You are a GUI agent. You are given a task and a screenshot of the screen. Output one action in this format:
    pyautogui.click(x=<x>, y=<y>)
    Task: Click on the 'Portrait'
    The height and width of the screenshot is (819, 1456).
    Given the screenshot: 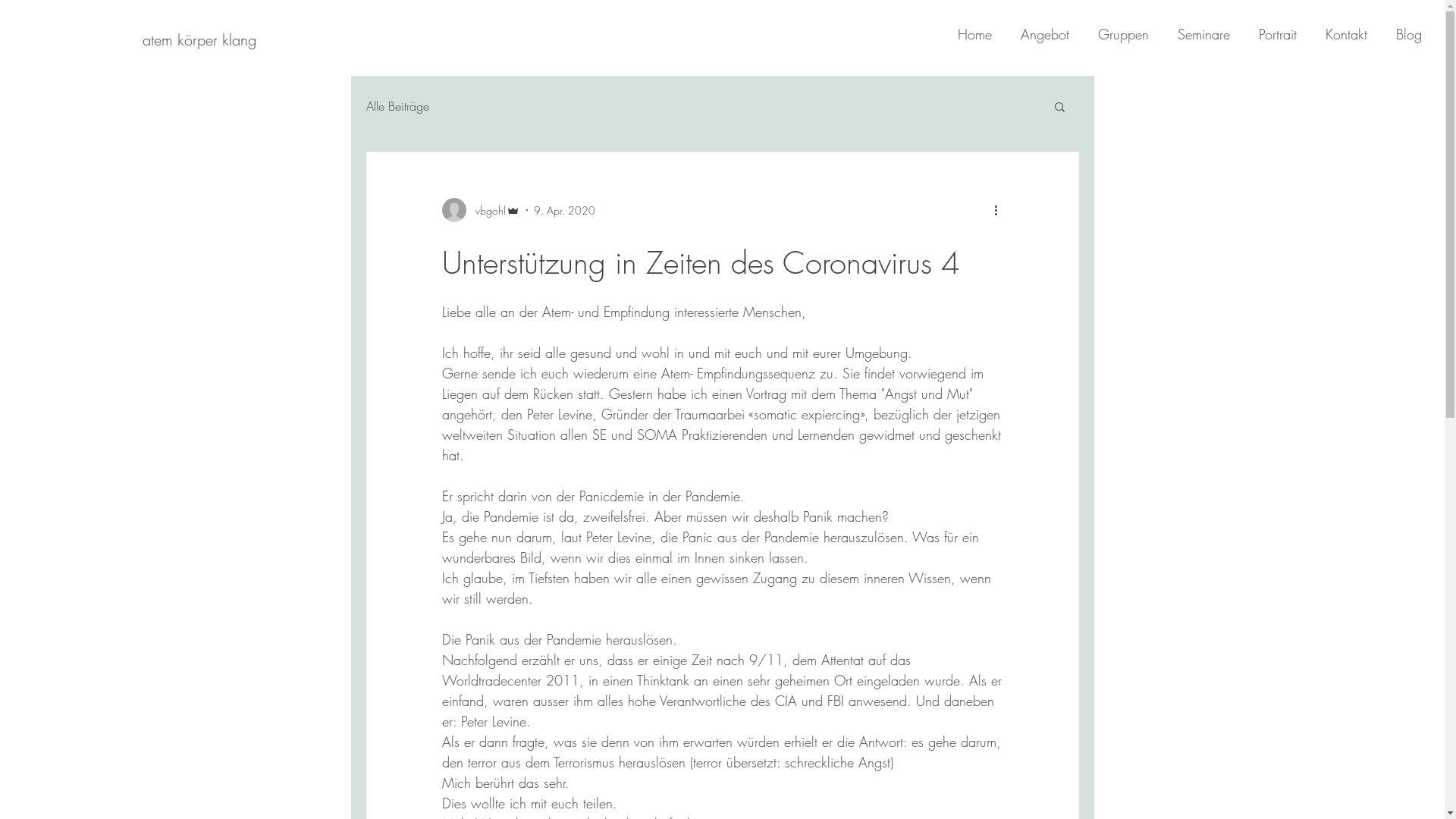 What is the action you would take?
    pyautogui.click(x=1270, y=34)
    